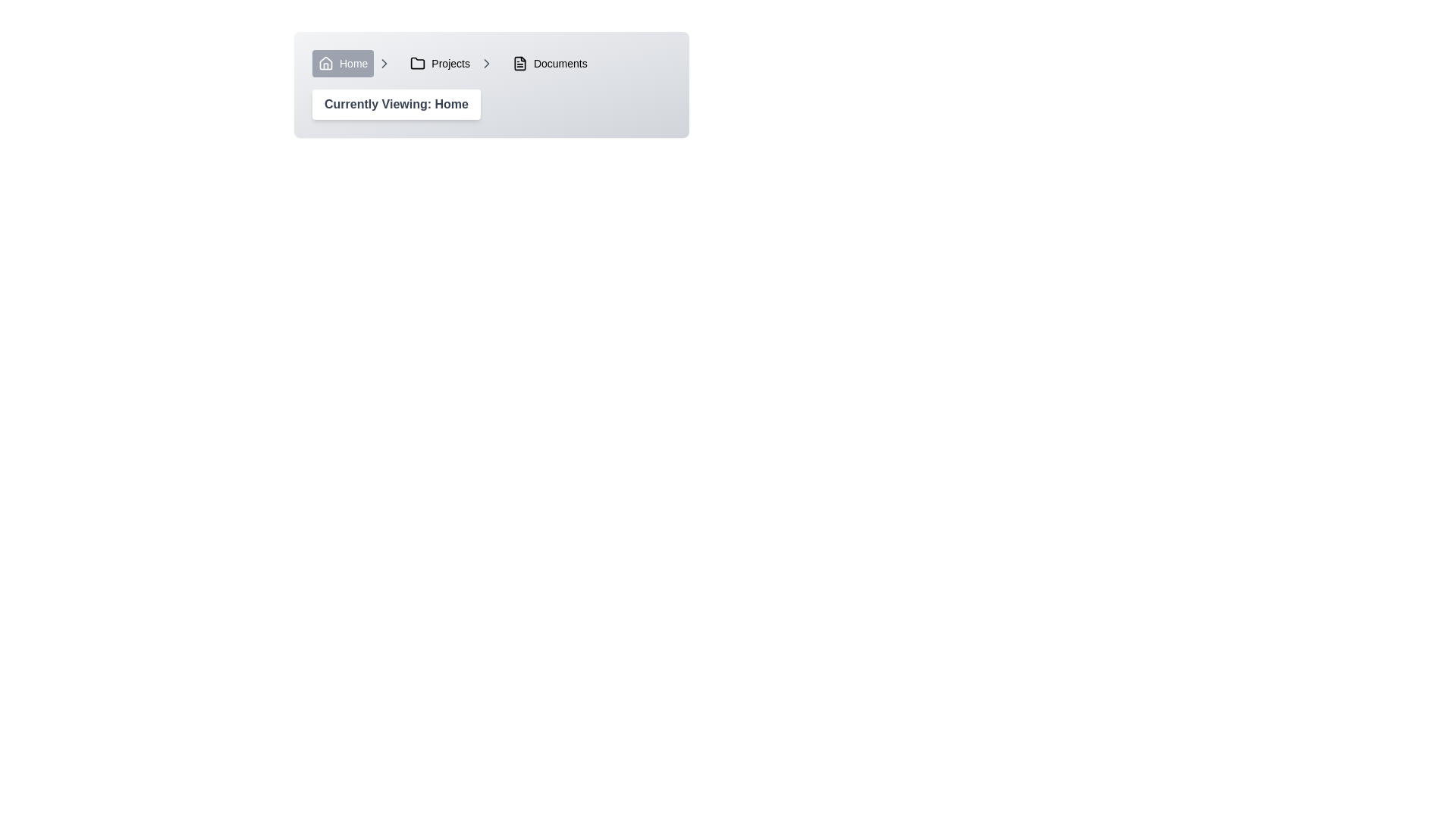 The width and height of the screenshot is (1456, 819). I want to click on the 'Documents' button in the breadcrumb navigation bar, so click(548, 63).